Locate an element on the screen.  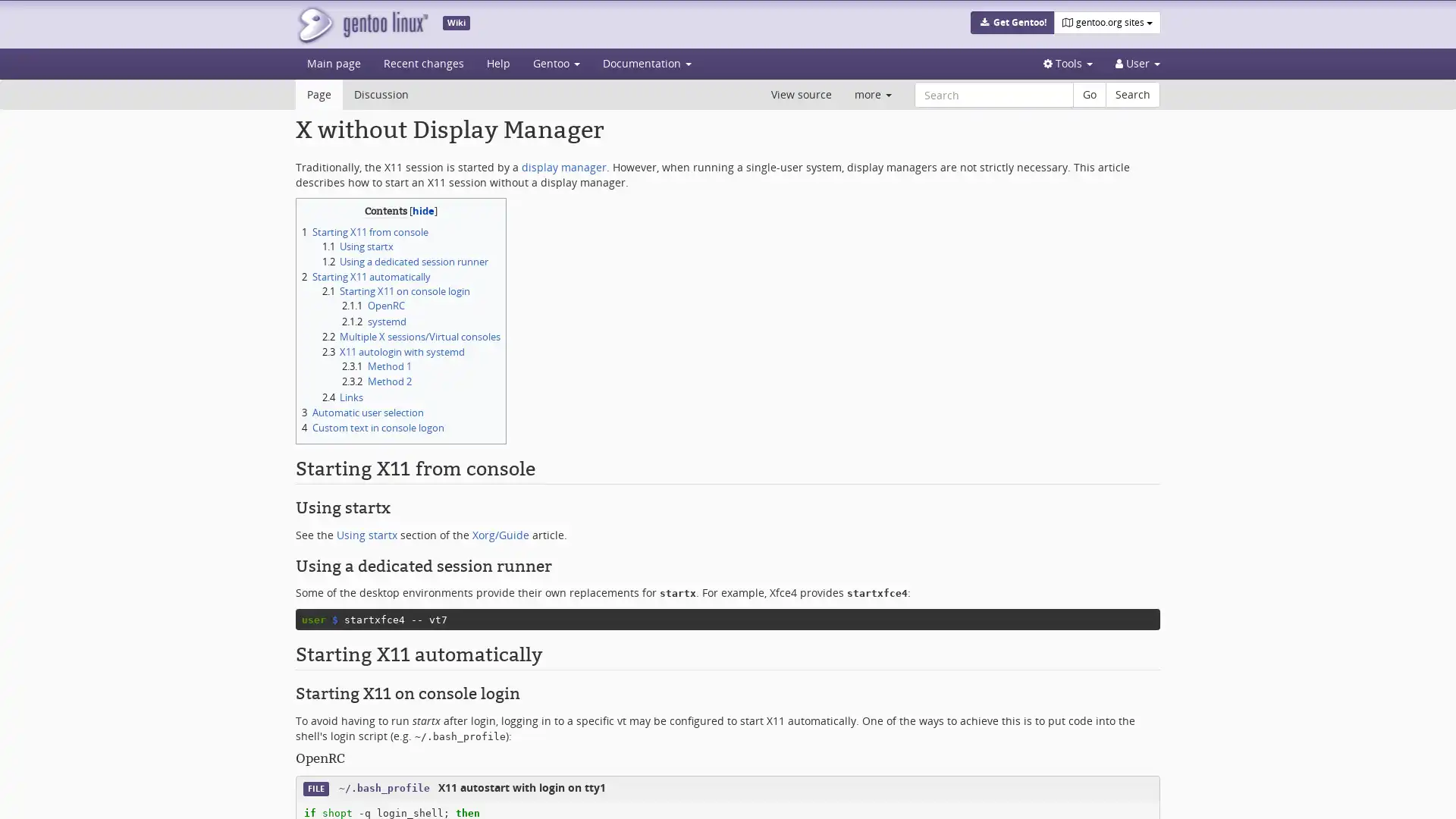
Go is located at coordinates (1088, 94).